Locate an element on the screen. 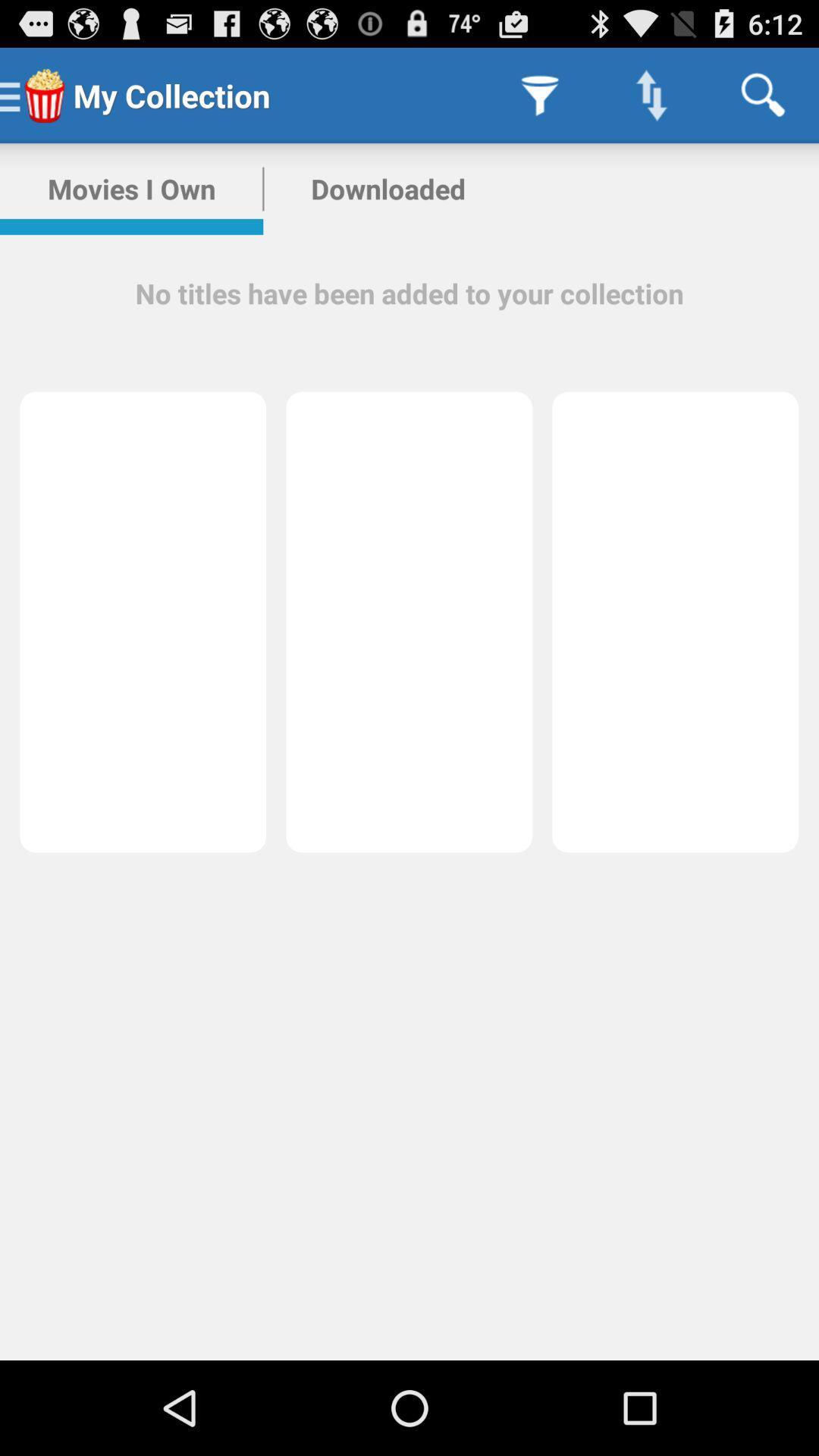  the item to the right of the my collection is located at coordinates (539, 94).